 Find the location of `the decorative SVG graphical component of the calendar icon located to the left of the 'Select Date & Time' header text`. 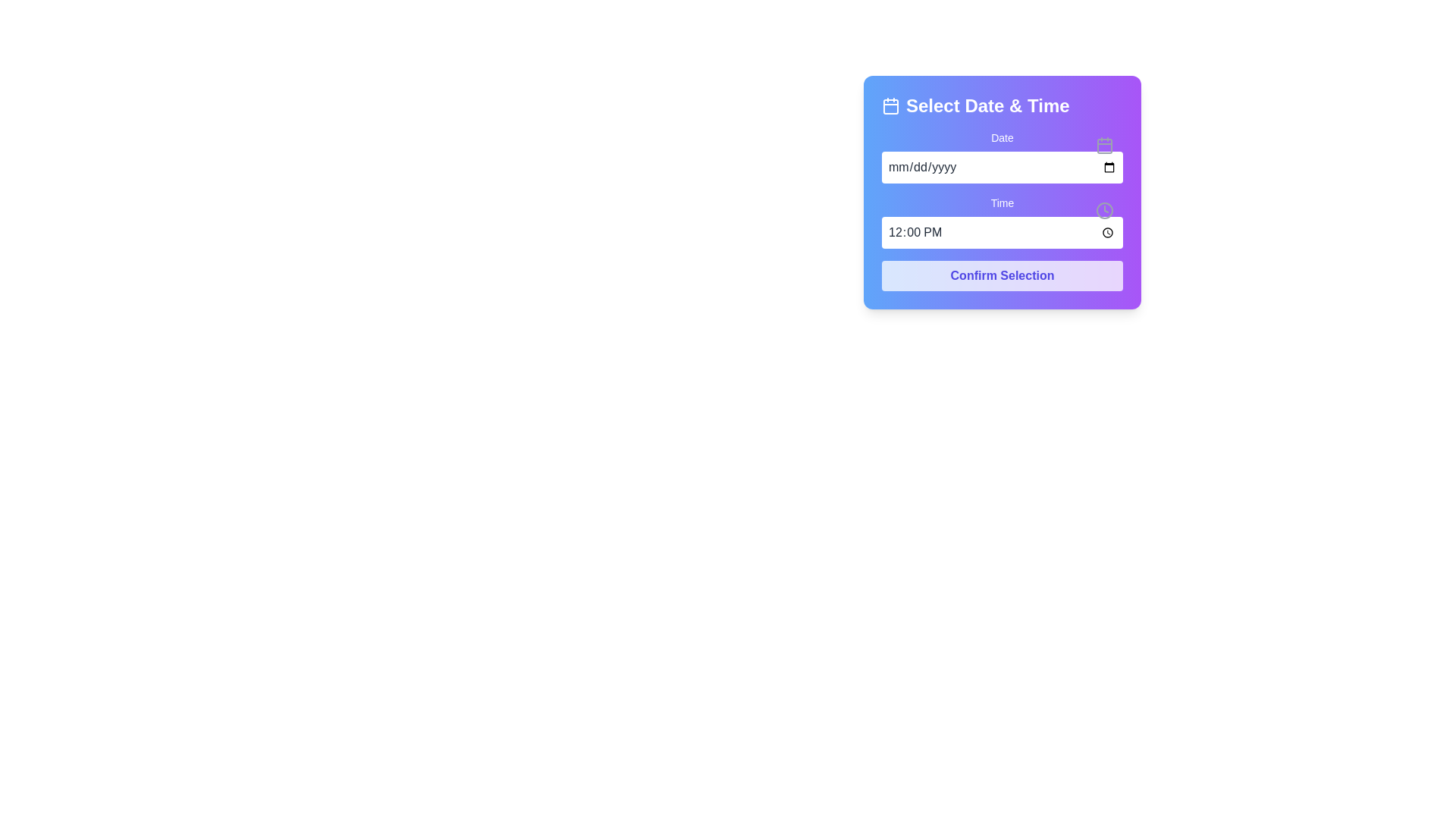

the decorative SVG graphical component of the calendar icon located to the left of the 'Select Date & Time' header text is located at coordinates (891, 106).